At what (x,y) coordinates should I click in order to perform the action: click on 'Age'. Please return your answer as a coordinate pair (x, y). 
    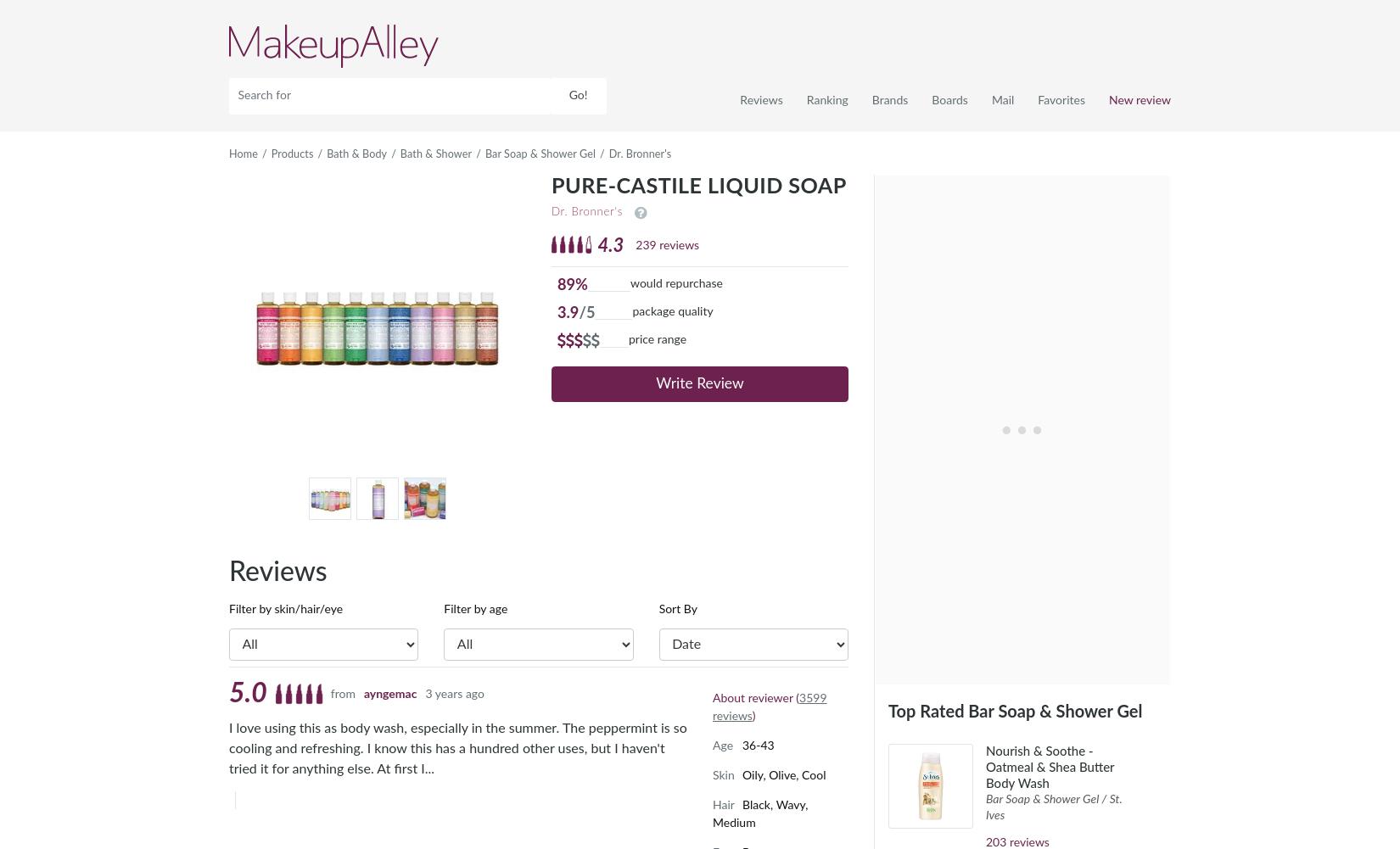
    Looking at the image, I should click on (723, 745).